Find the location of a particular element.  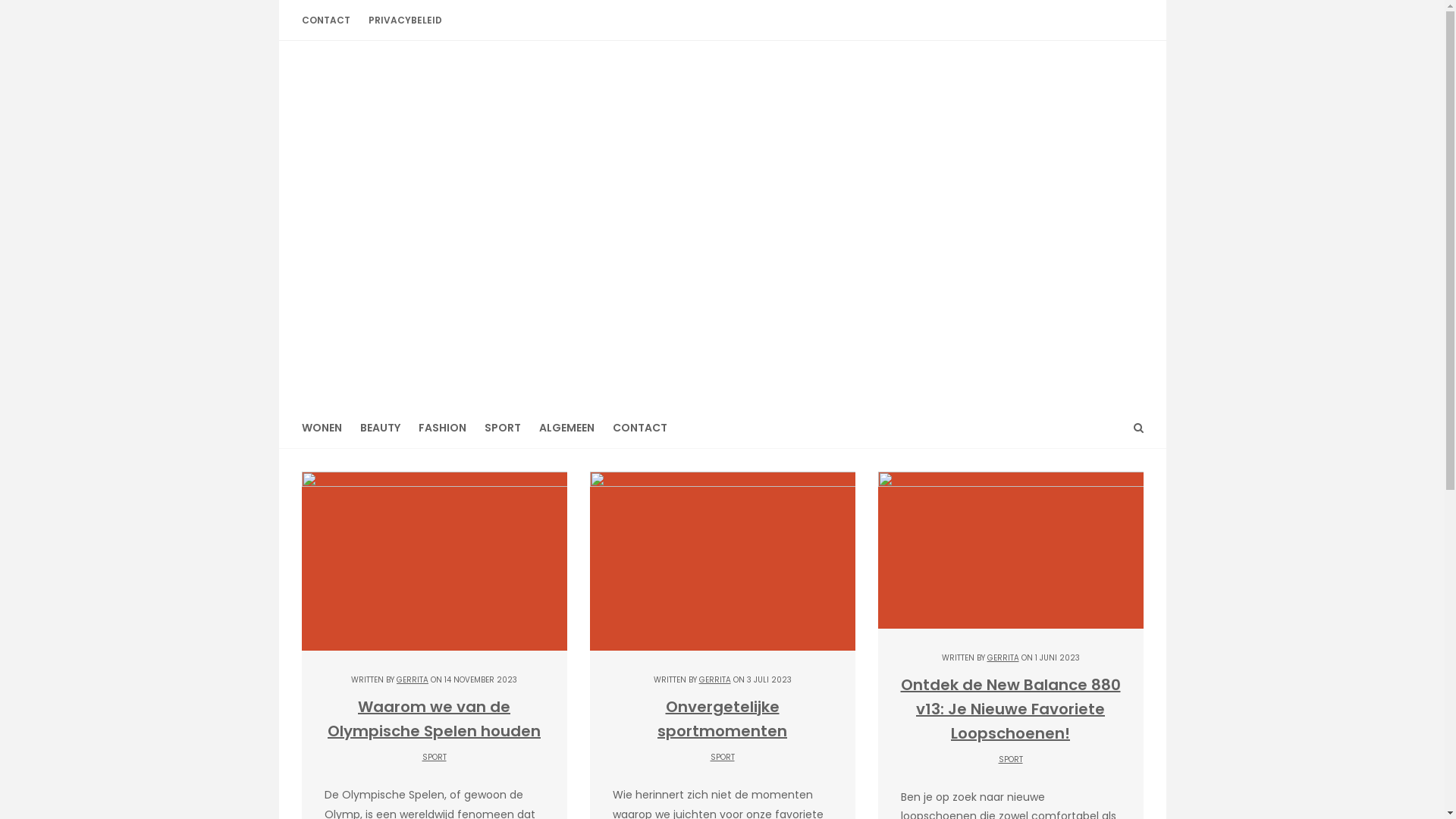

'BEAUTY' is located at coordinates (349, 428).